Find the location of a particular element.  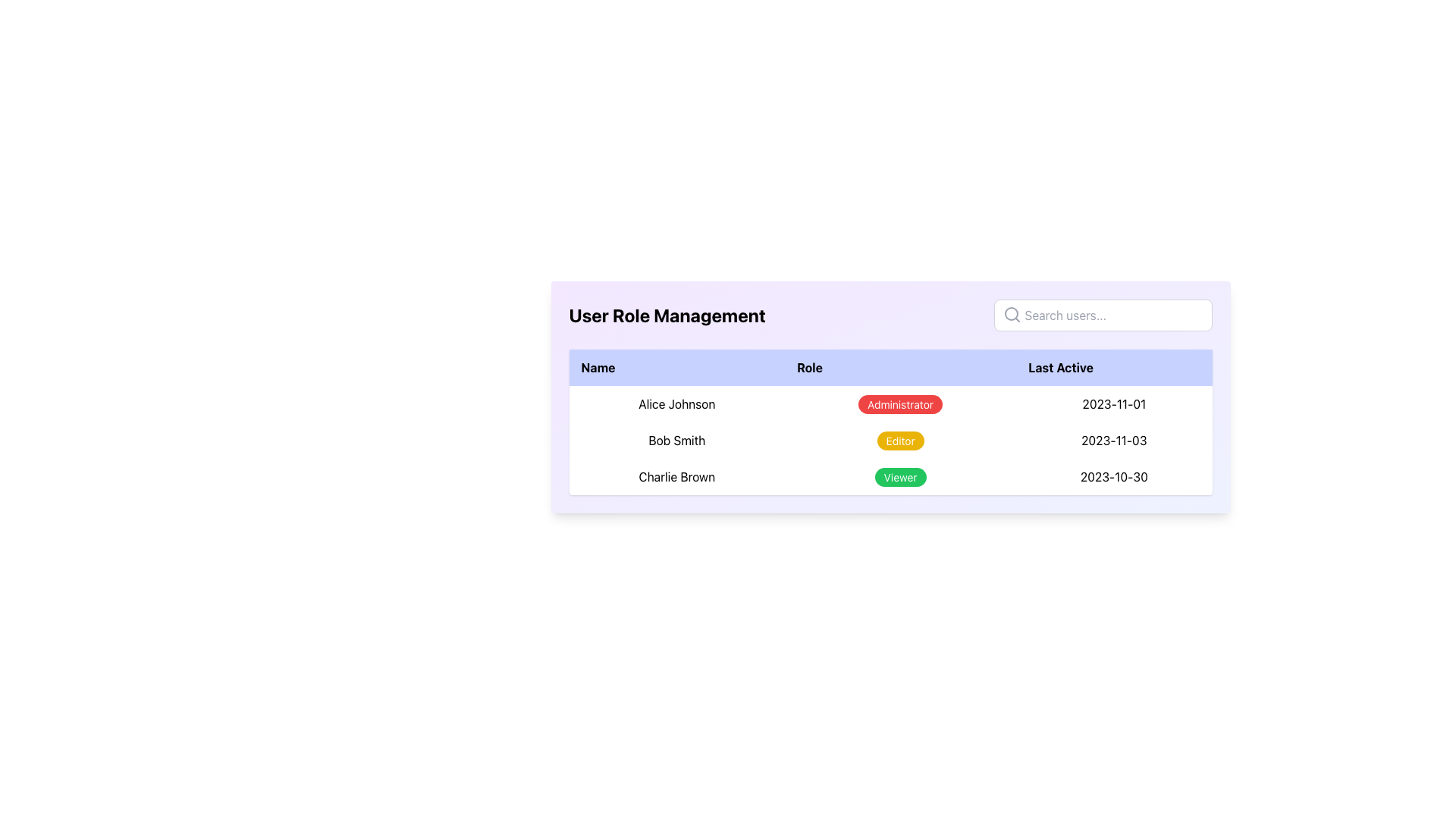

the role badge indicating 'Editor' for the user 'Bob Smith', located in the 'Role' column of the second row in the table is located at coordinates (900, 441).